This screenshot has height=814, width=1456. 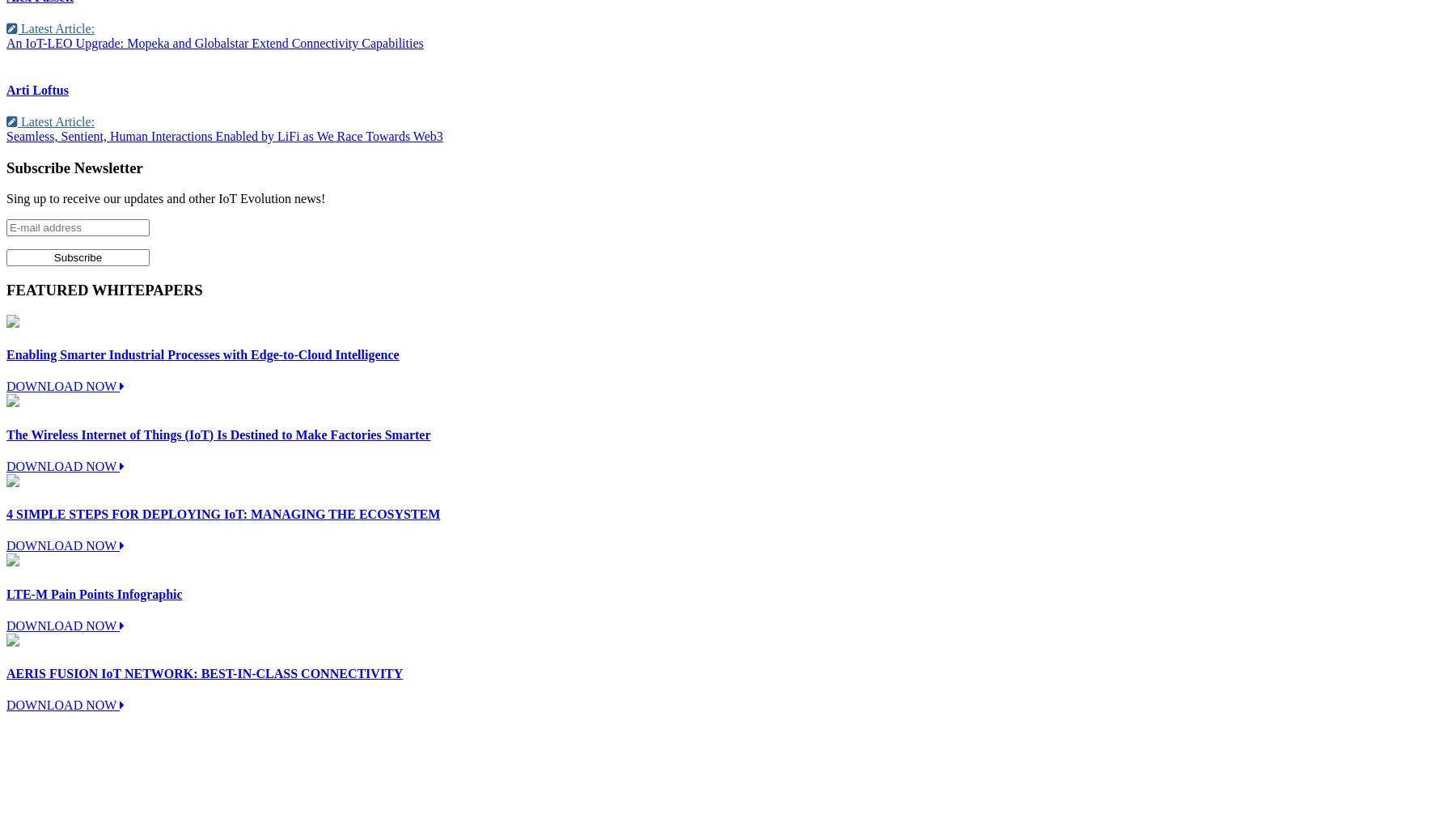 I want to click on 'The Wireless Internet of Things (IoT) Is Destined to Make Factories Smarter', so click(x=5, y=434).